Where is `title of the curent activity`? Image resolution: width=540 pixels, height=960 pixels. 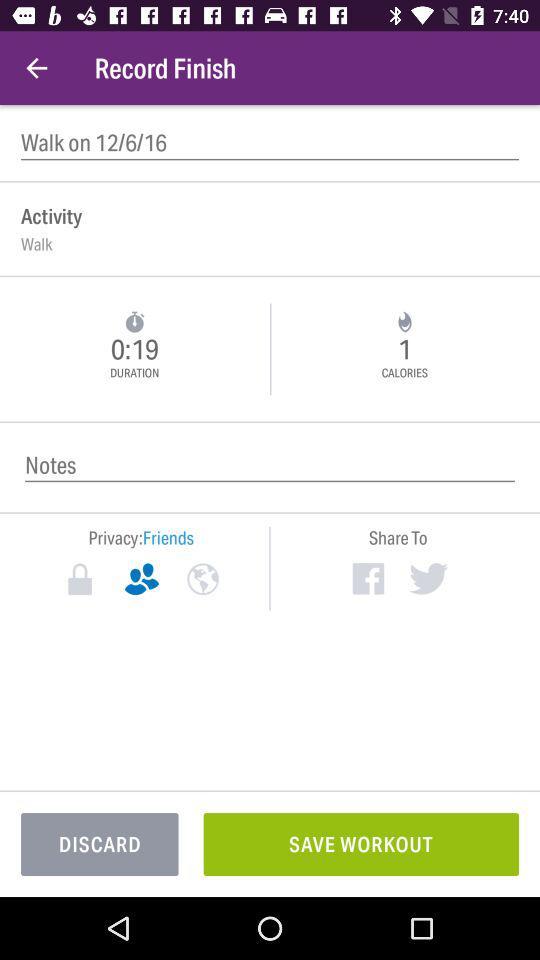
title of the curent activity is located at coordinates (270, 142).